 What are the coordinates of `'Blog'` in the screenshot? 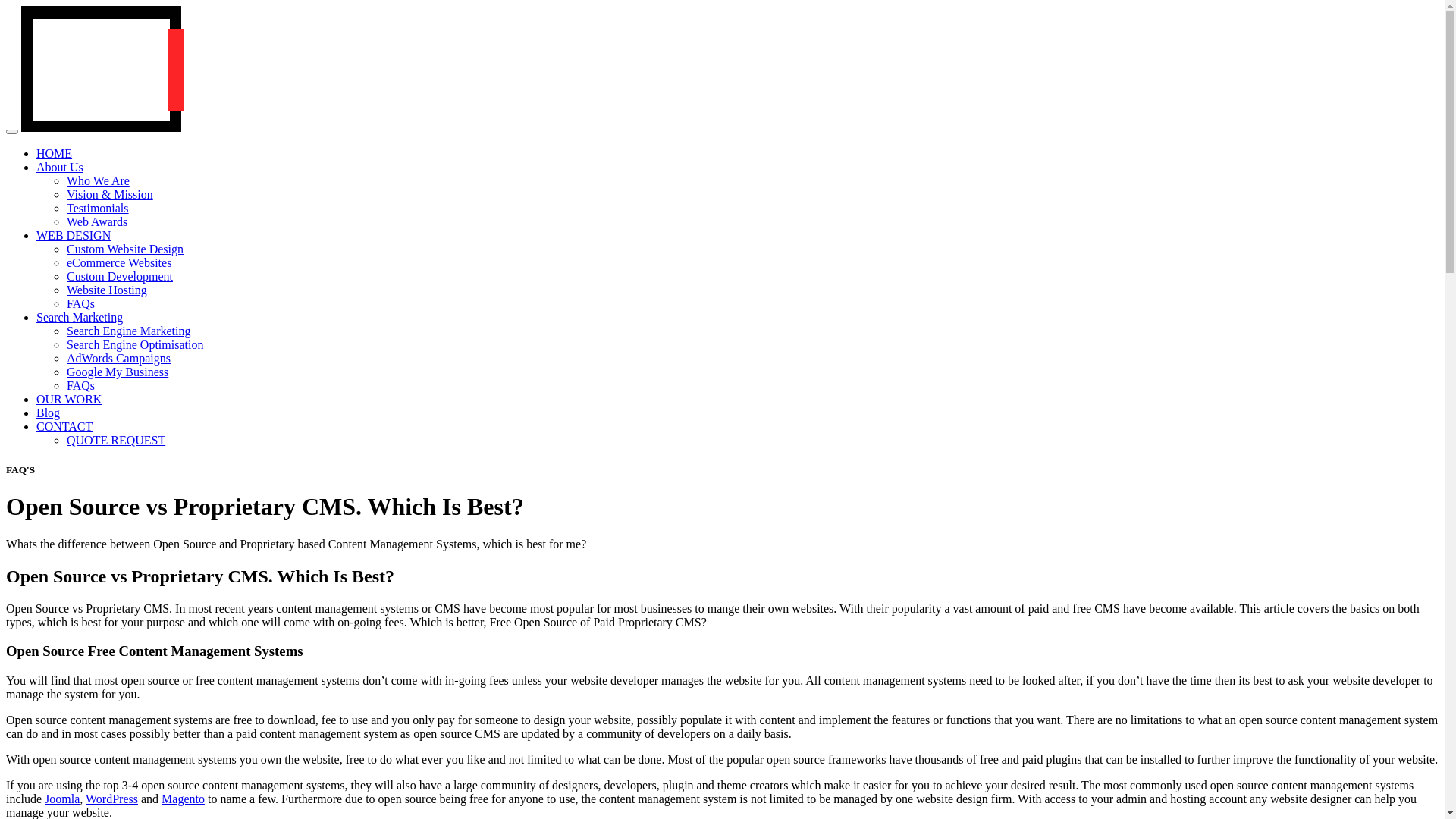 It's located at (48, 413).